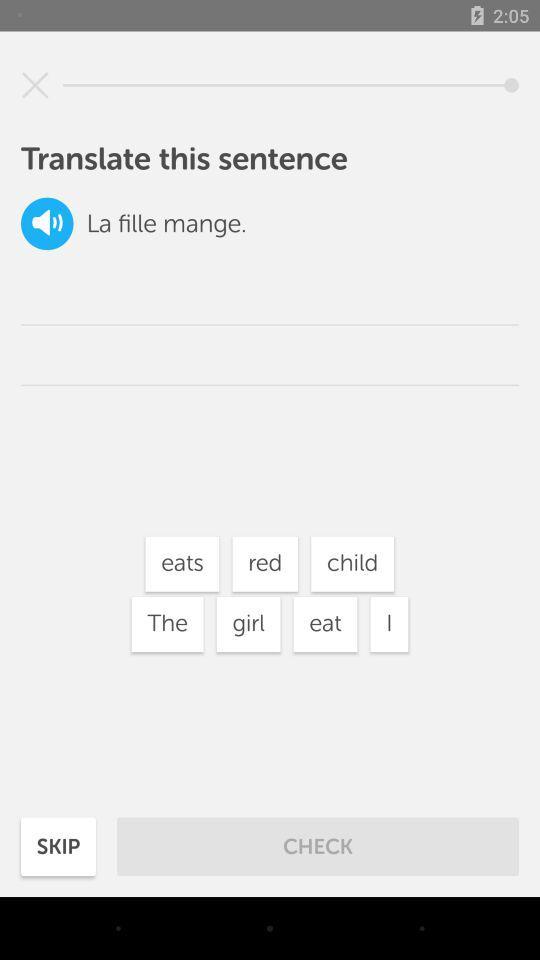  What do you see at coordinates (182, 564) in the screenshot?
I see `icon above the the item` at bounding box center [182, 564].